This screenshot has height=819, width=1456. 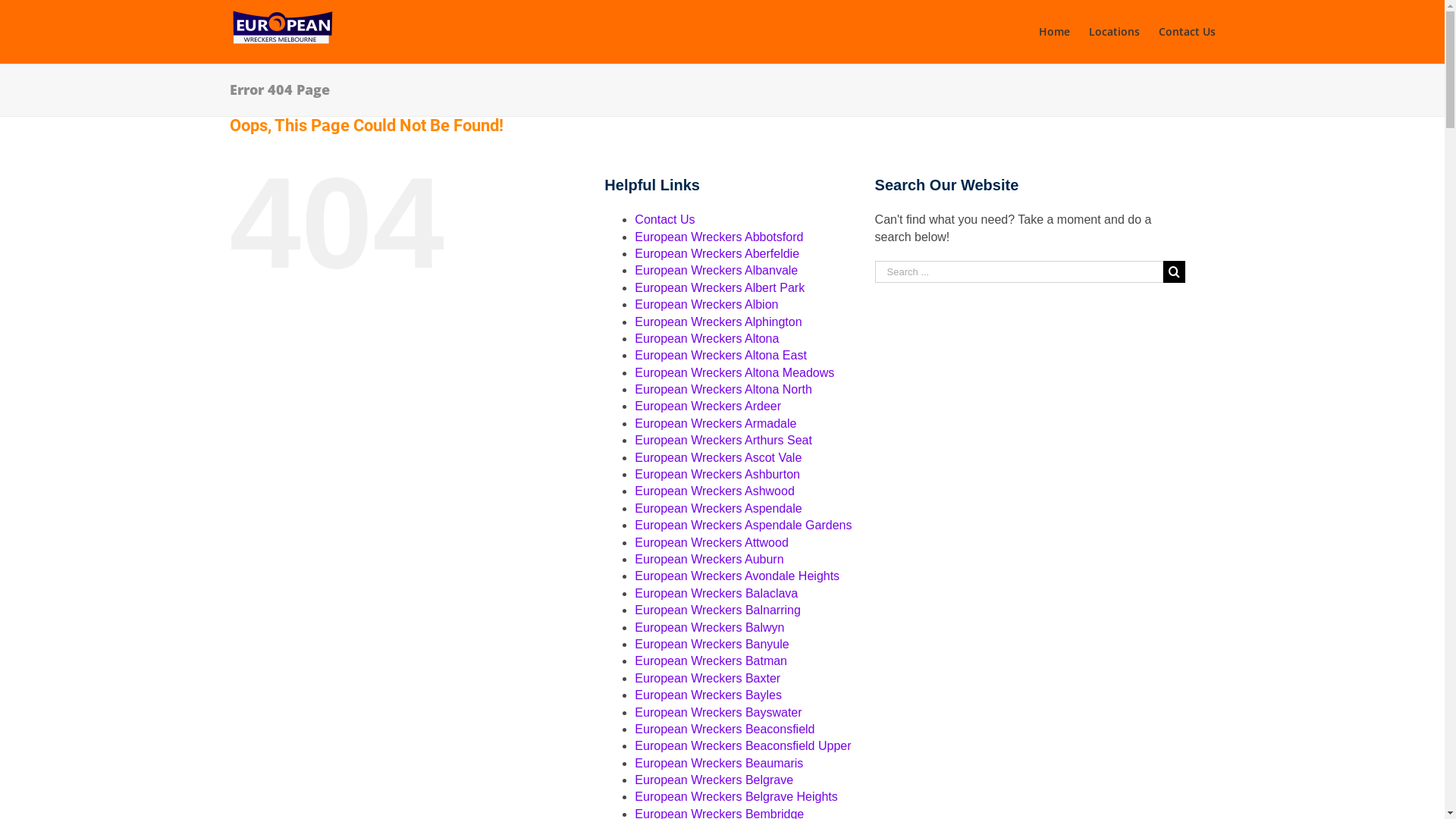 I want to click on 'Contact Us', so click(x=1186, y=32).